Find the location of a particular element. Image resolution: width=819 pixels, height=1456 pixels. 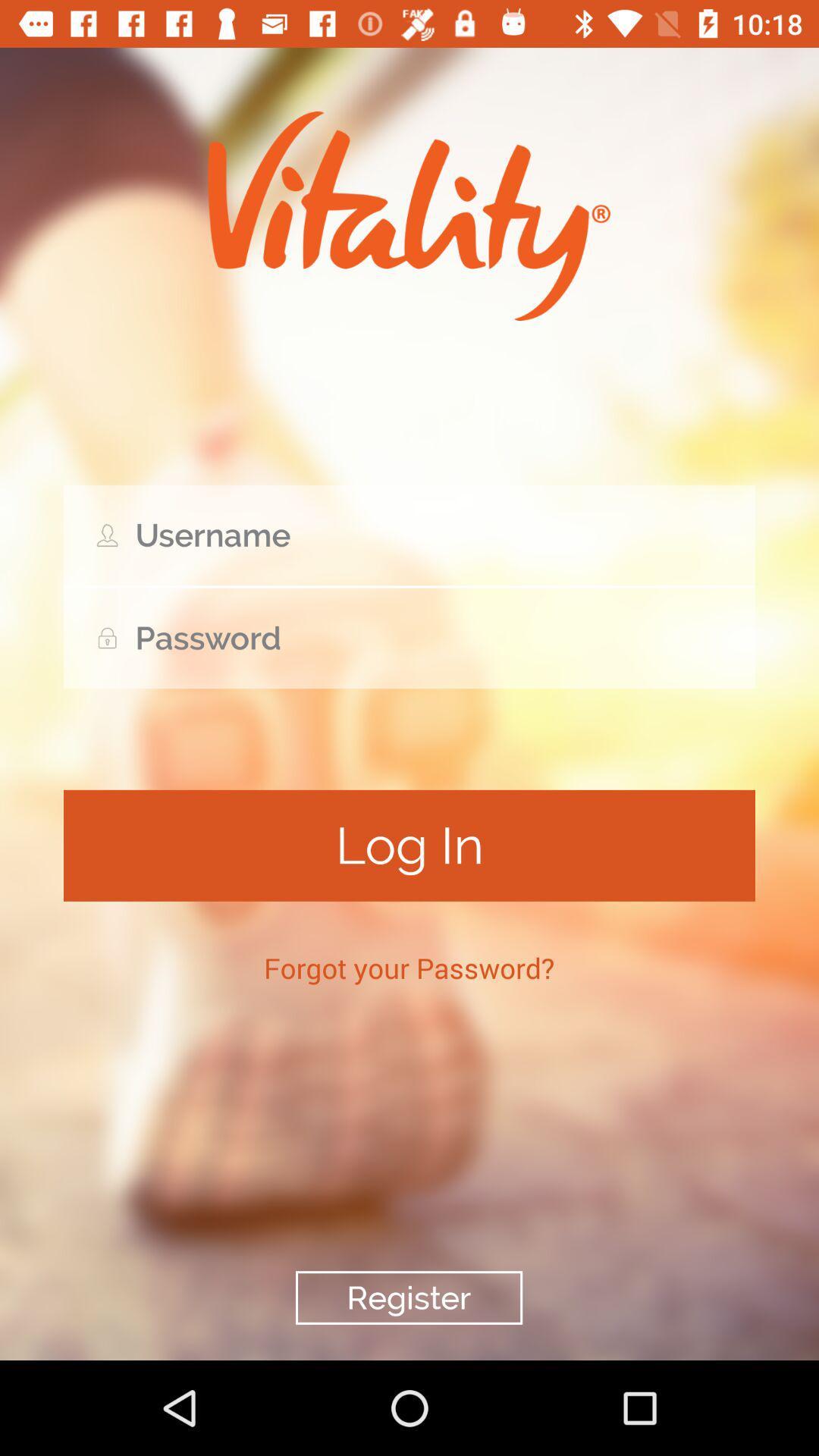

password is located at coordinates (409, 638).